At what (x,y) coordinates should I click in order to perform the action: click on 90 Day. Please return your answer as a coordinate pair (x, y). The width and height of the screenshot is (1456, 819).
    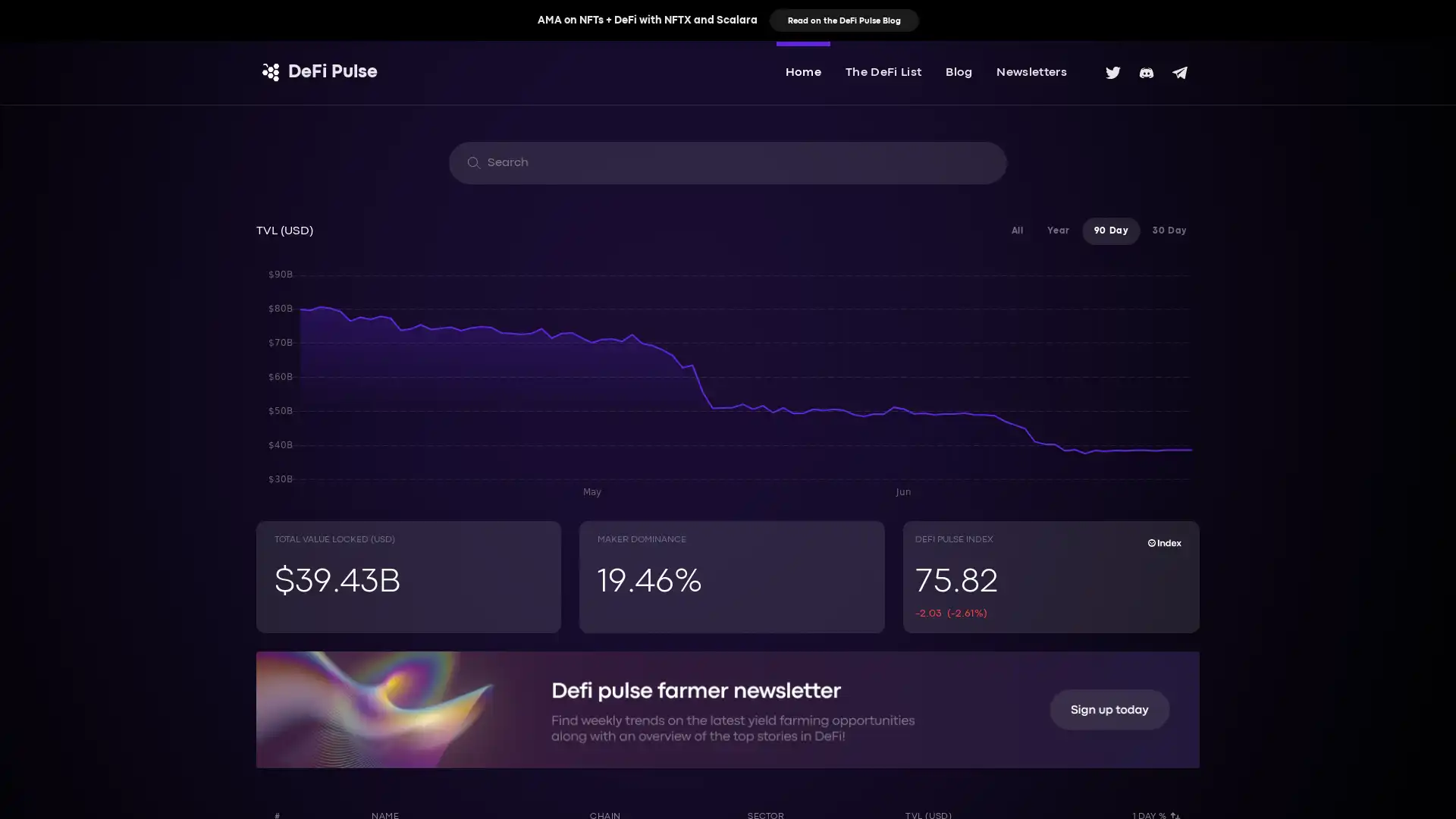
    Looking at the image, I should click on (1110, 231).